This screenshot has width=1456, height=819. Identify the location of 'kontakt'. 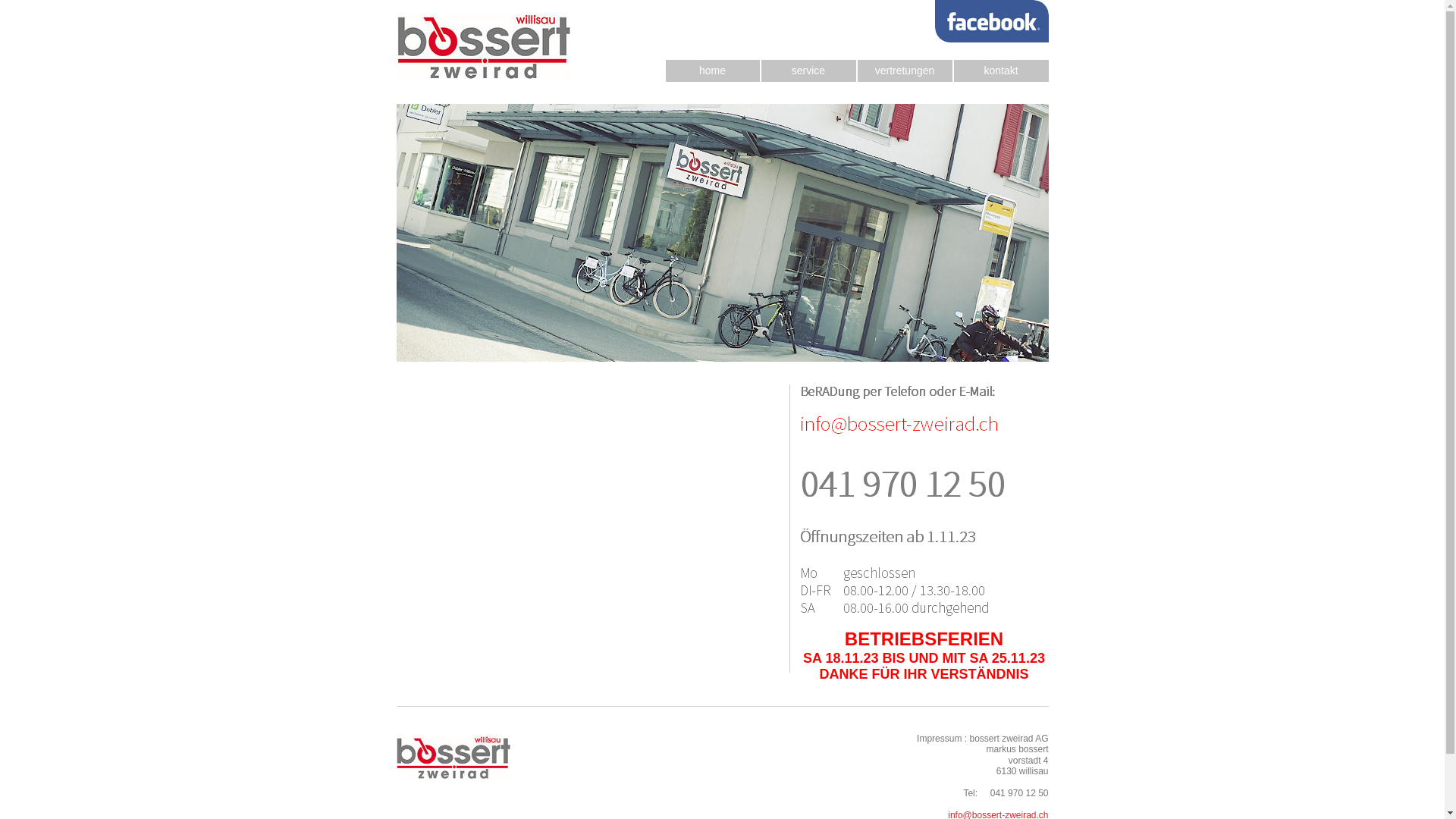
(1001, 71).